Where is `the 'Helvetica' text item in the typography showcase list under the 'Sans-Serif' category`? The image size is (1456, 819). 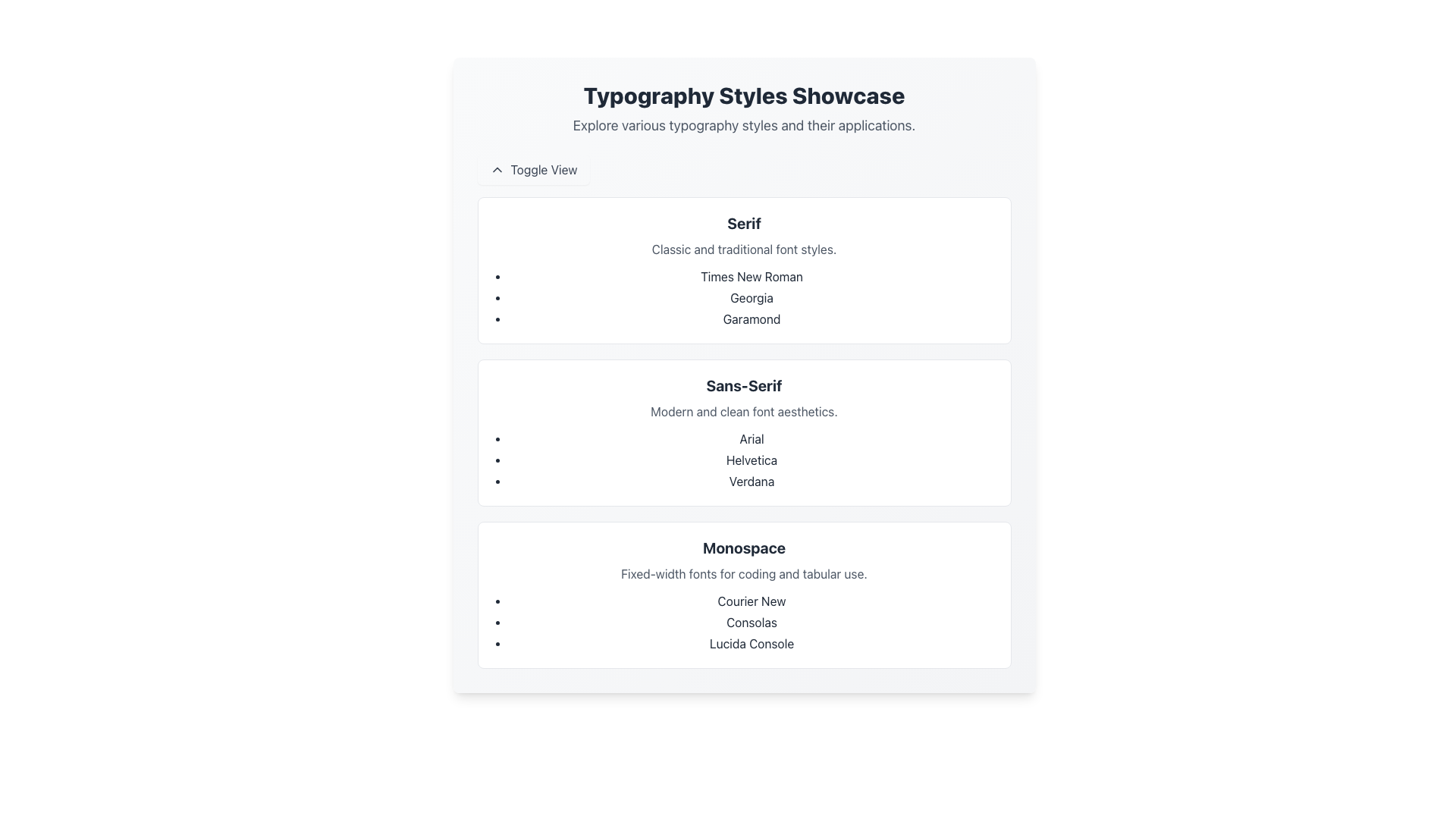
the 'Helvetica' text item in the typography showcase list under the 'Sans-Serif' category is located at coordinates (752, 459).